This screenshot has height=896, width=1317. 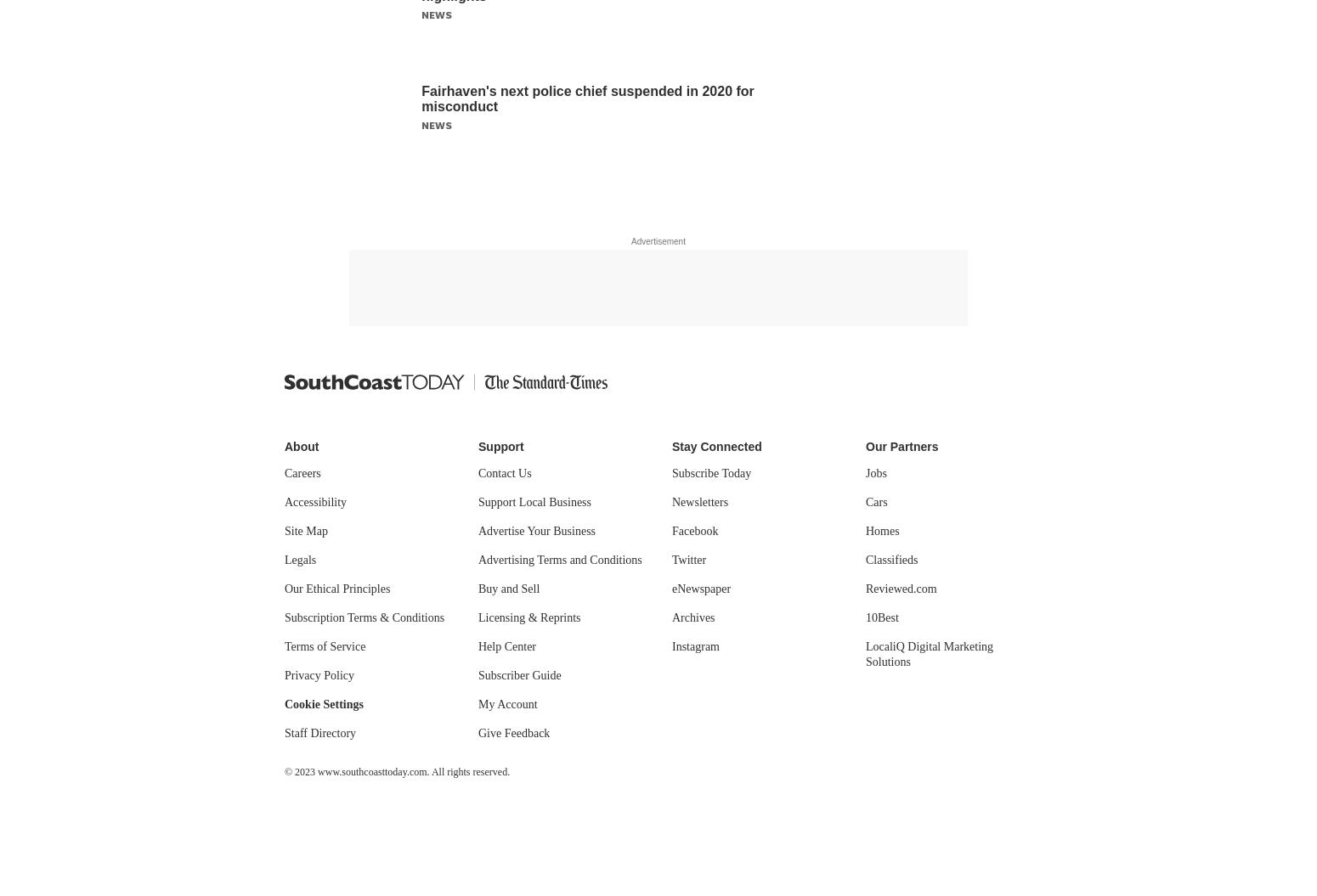 I want to click on 'Help Center', so click(x=478, y=646).